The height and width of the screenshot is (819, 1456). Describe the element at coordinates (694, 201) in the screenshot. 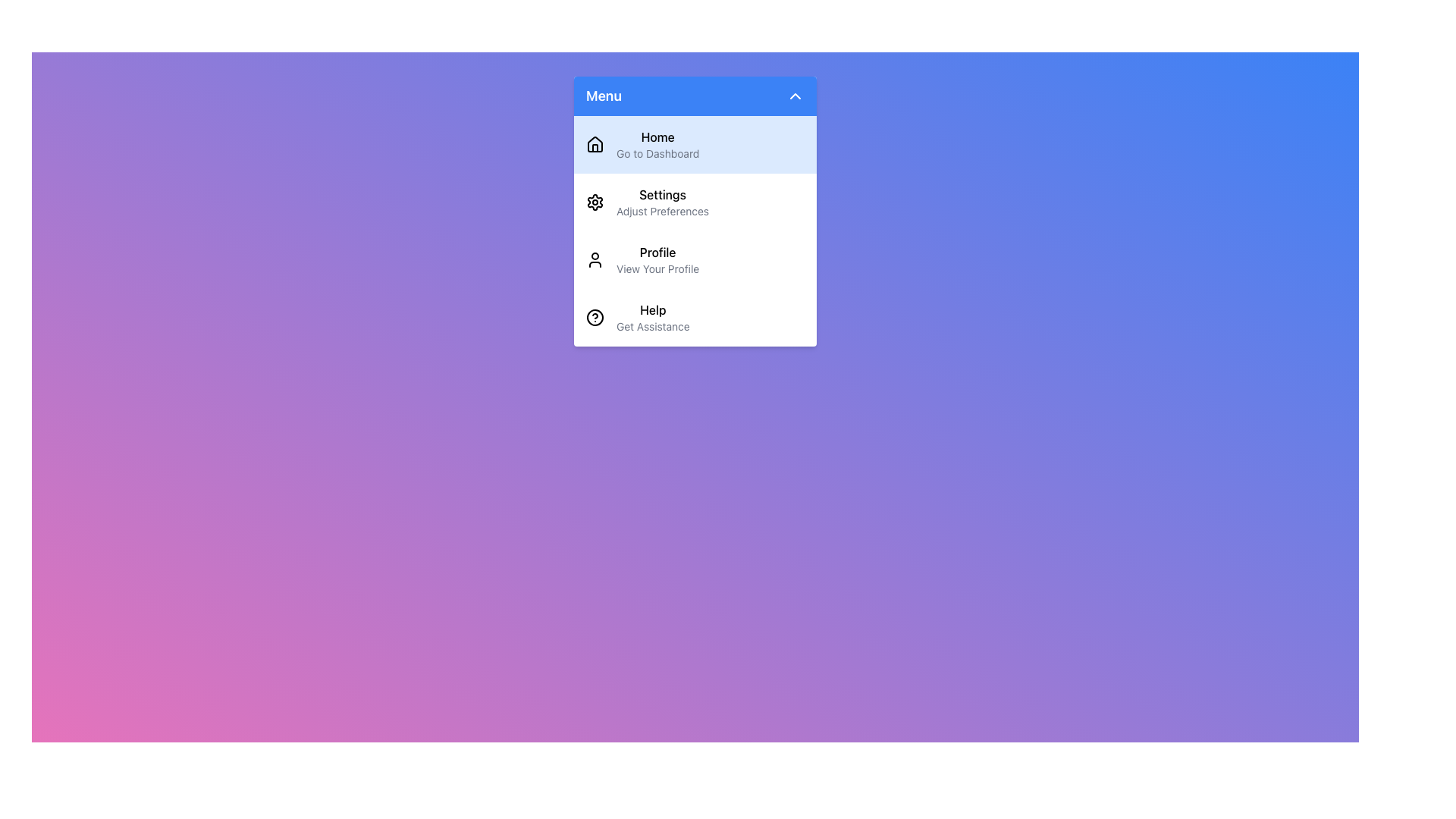

I see `the second item in the vertical menu list, which serves as a navigational link` at that location.